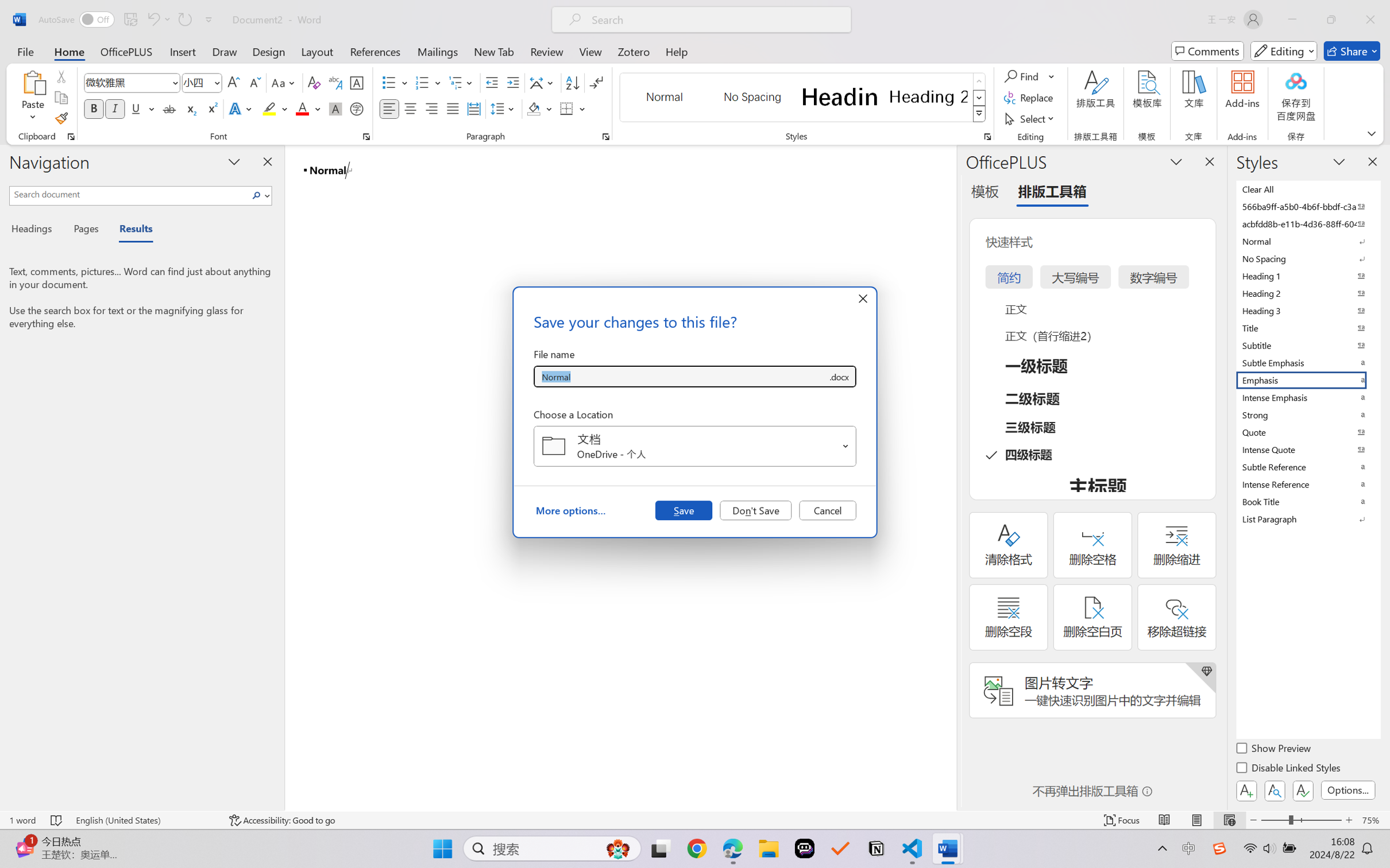 The image size is (1390, 868). What do you see at coordinates (1207, 51) in the screenshot?
I see `'Comments'` at bounding box center [1207, 51].